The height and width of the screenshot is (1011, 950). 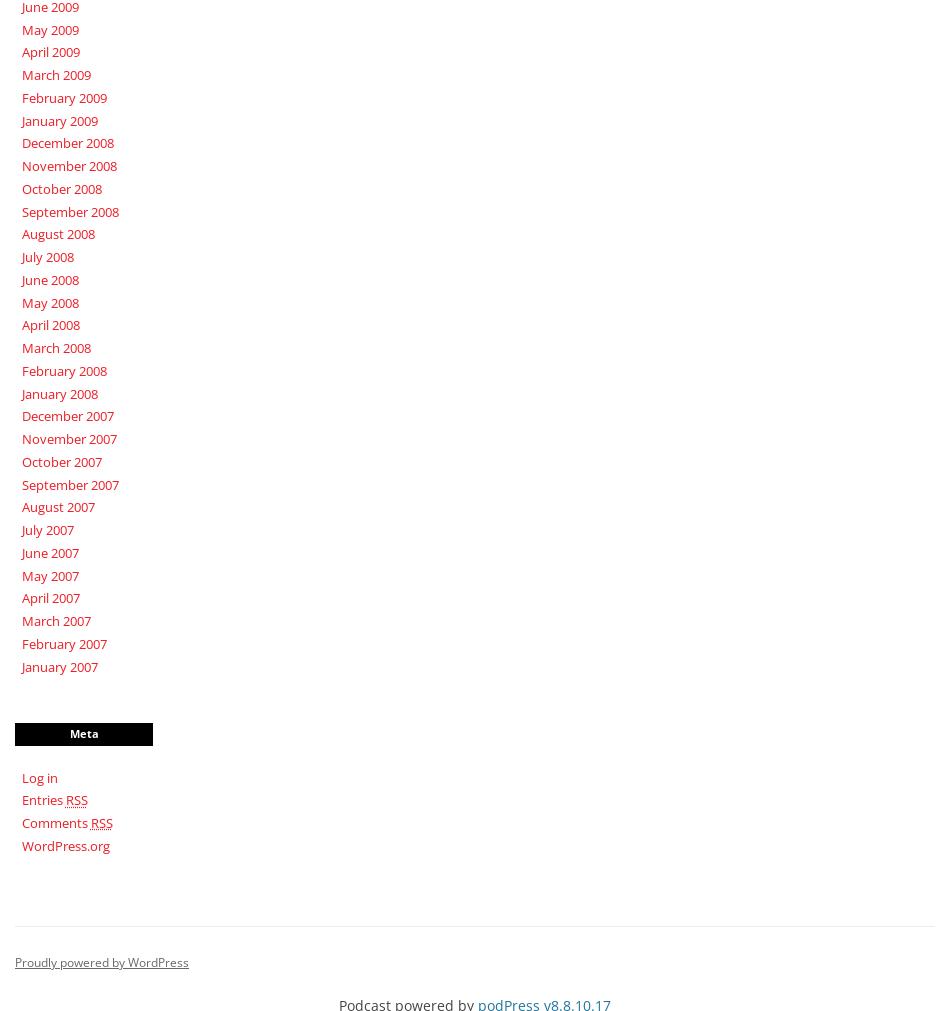 I want to click on 'February 2009', so click(x=63, y=95).